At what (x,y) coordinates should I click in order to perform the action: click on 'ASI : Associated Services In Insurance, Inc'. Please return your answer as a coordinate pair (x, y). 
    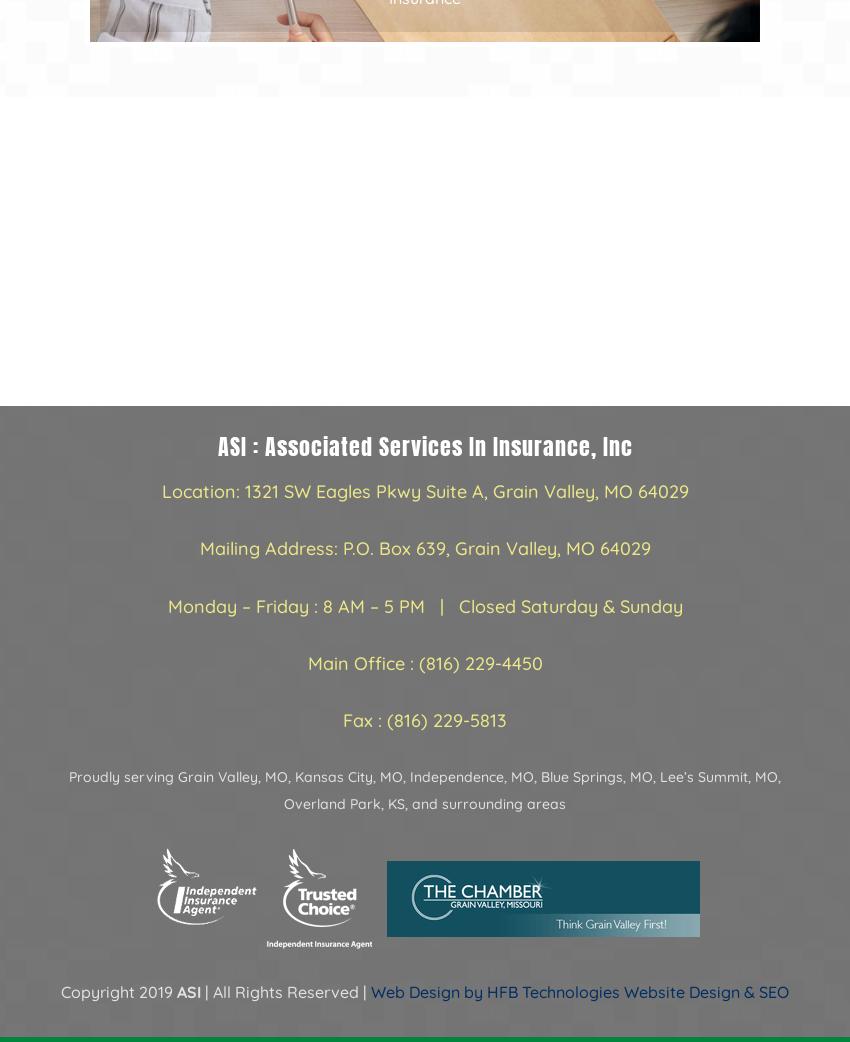
    Looking at the image, I should click on (424, 446).